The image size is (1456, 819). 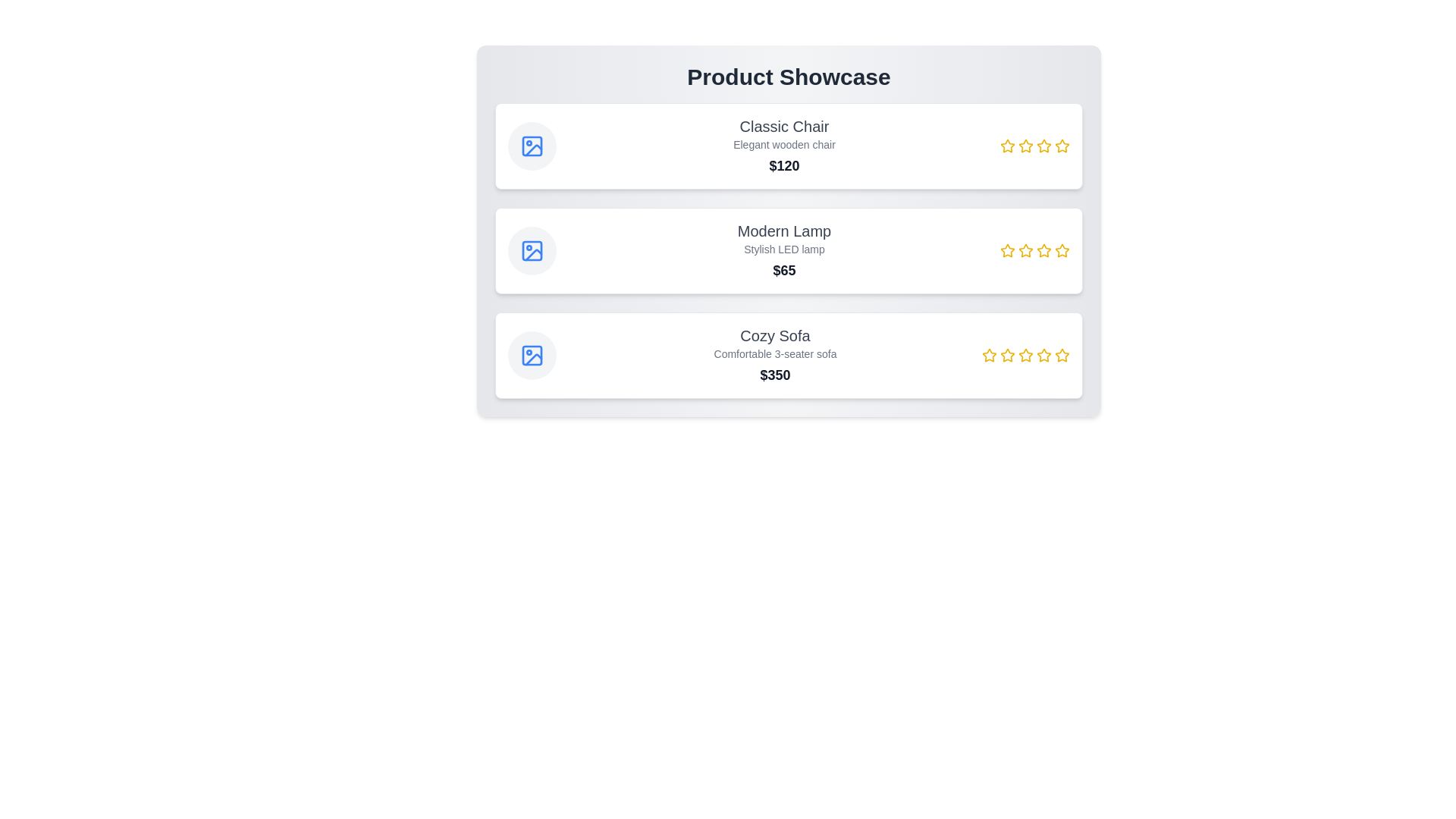 What do you see at coordinates (532, 356) in the screenshot?
I see `the image icon of the product 'Cozy Sofa' to examine its image` at bounding box center [532, 356].